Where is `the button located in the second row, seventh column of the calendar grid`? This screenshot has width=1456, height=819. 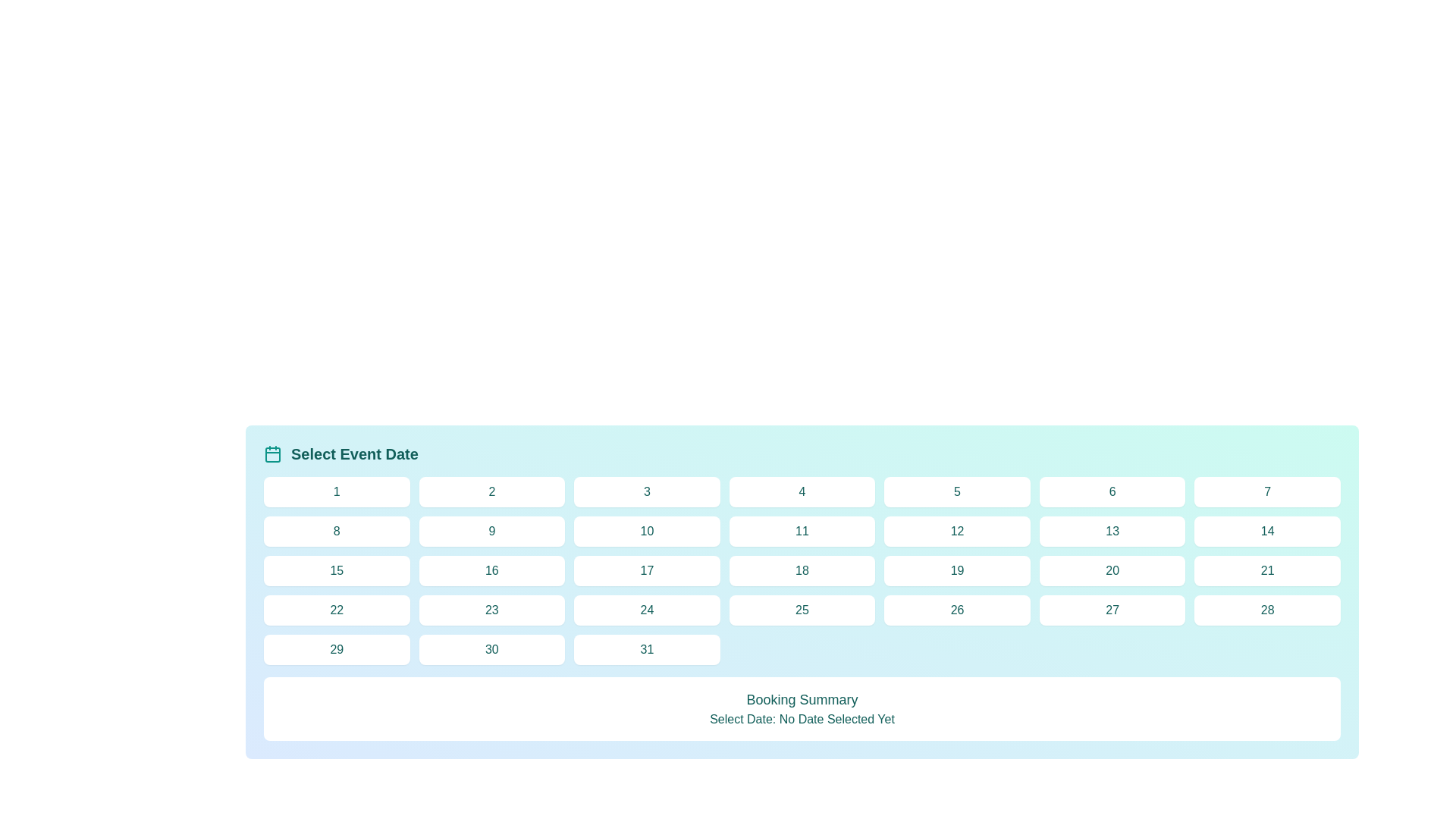
the button located in the second row, seventh column of the calendar grid is located at coordinates (1267, 531).